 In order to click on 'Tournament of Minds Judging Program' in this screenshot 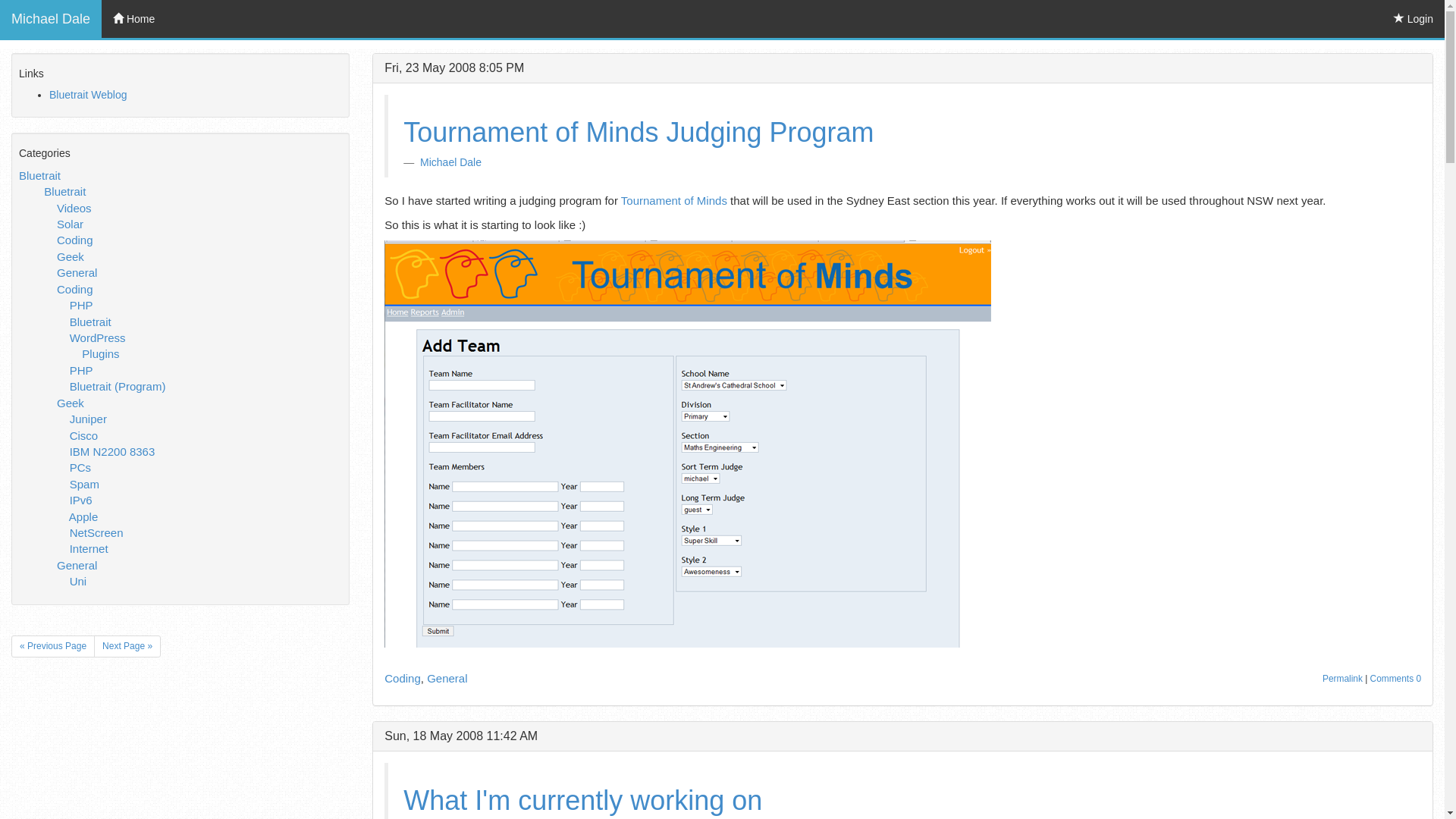, I will do `click(638, 131)`.